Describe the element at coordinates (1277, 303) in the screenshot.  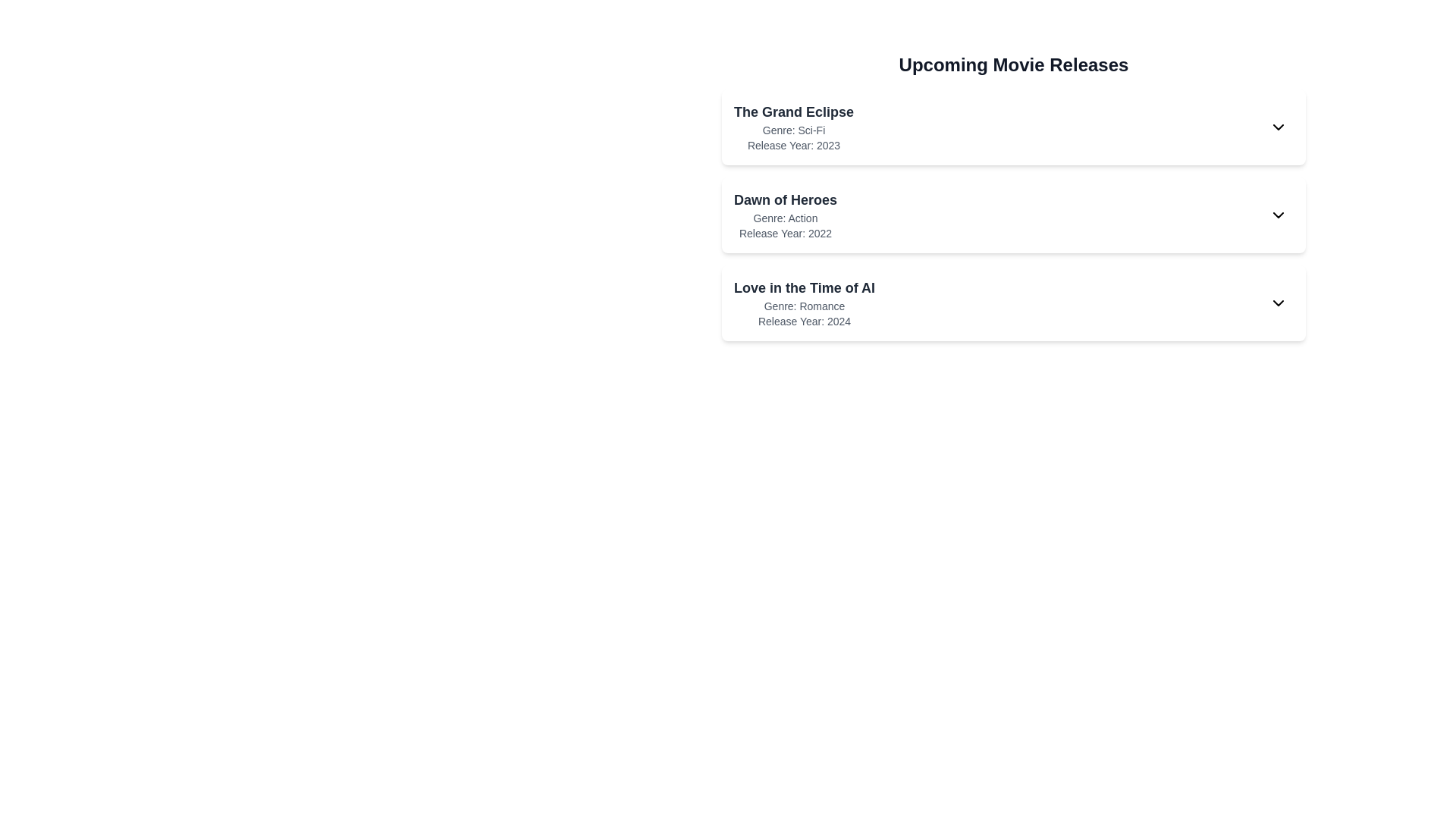
I see `expand/collapse button for the movie identified by its title Love in the Time of AI` at that location.